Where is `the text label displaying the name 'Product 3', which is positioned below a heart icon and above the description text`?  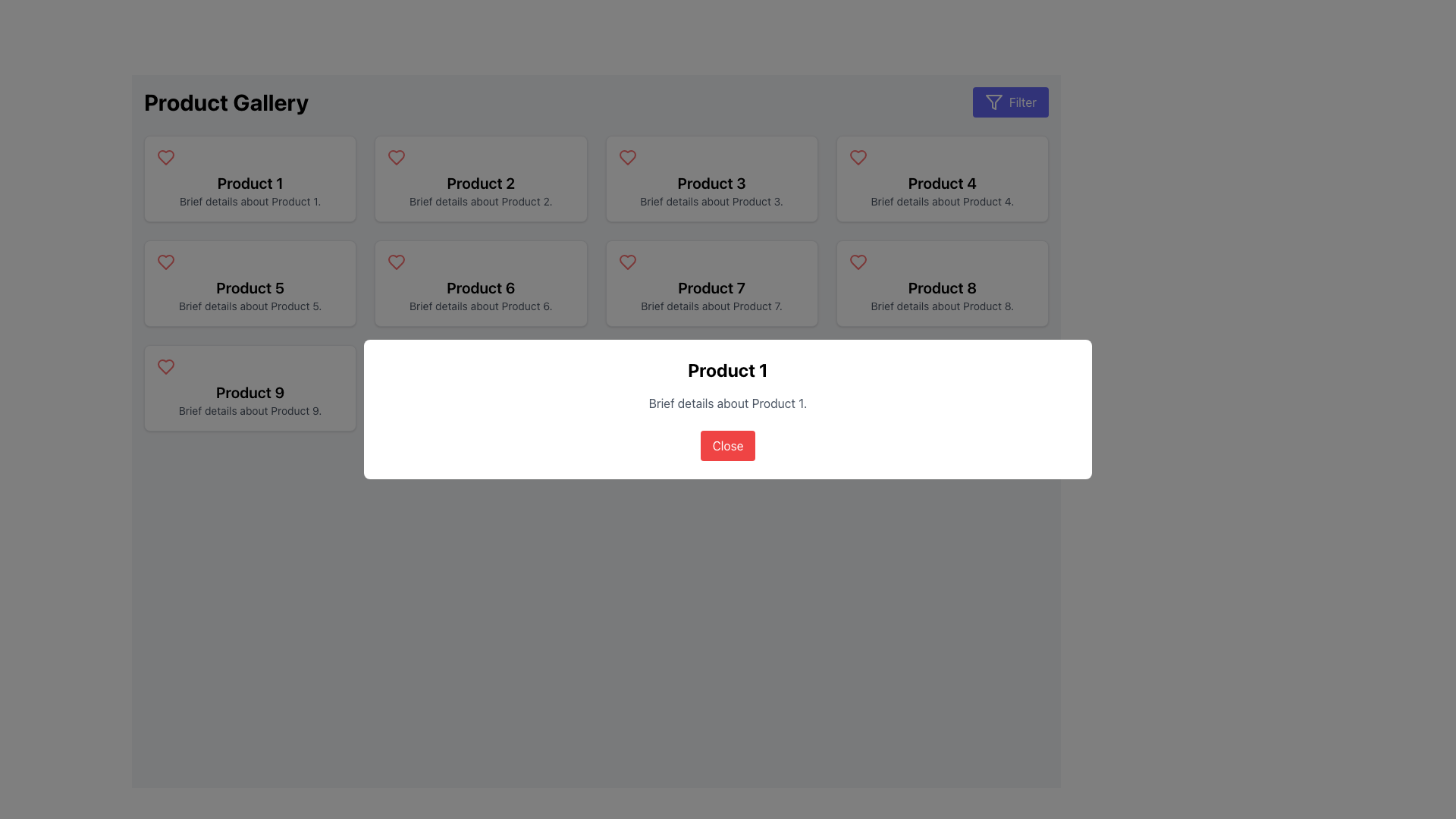 the text label displaying the name 'Product 3', which is positioned below a heart icon and above the description text is located at coordinates (711, 183).